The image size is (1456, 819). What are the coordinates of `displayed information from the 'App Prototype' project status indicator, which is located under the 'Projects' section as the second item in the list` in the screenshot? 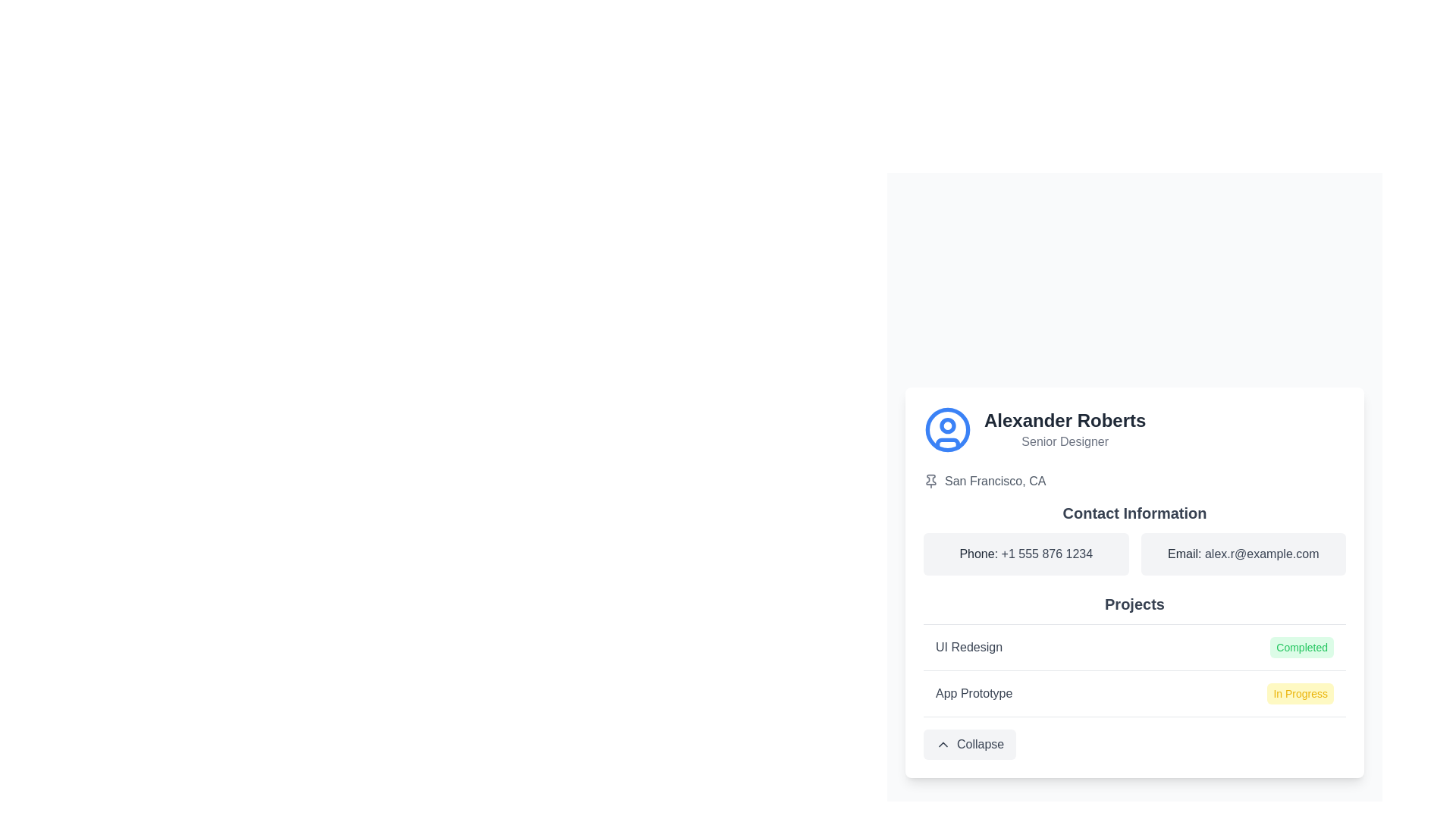 It's located at (1134, 693).